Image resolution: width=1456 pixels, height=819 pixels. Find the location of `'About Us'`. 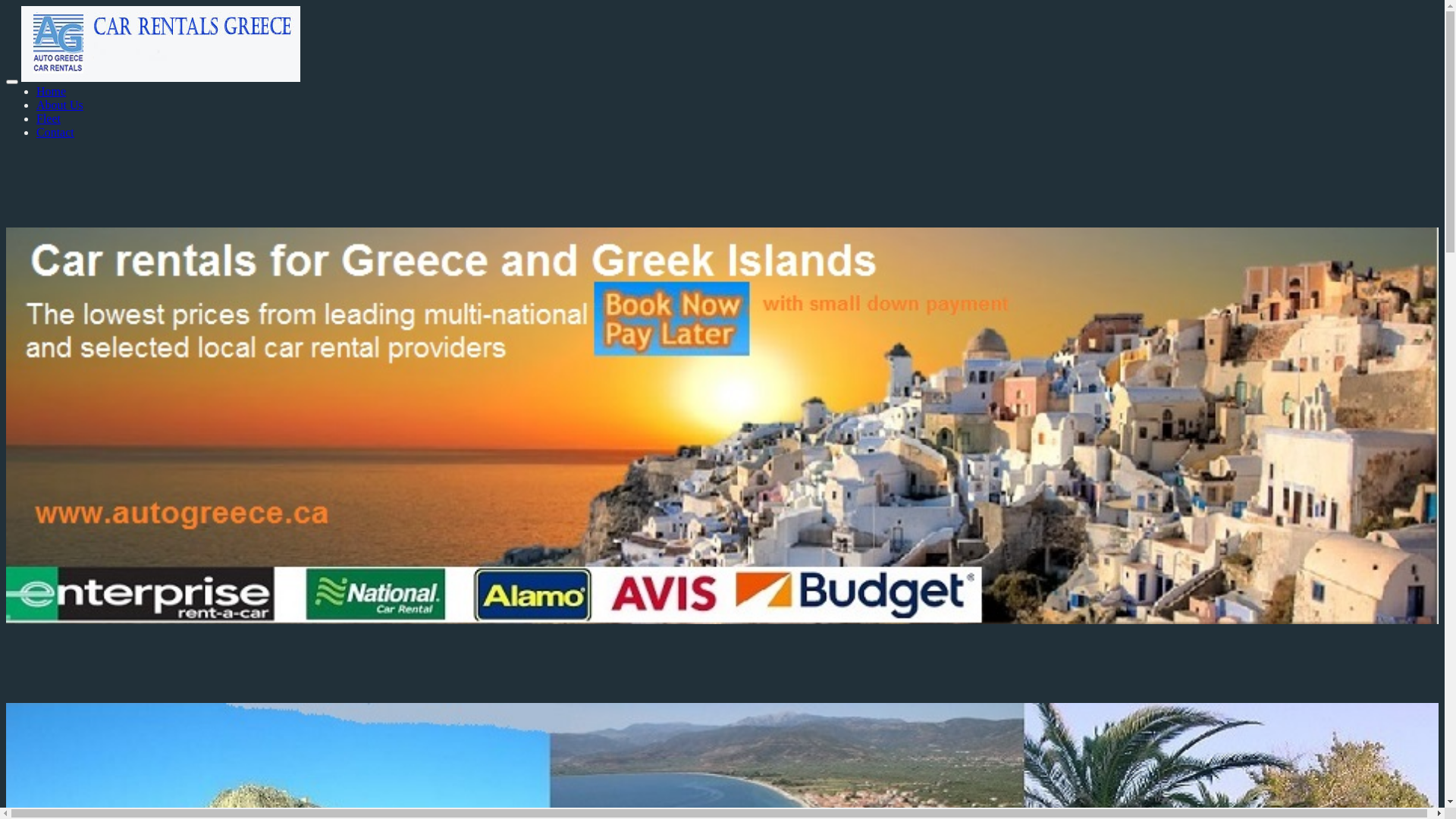

'About Us' is located at coordinates (36, 104).